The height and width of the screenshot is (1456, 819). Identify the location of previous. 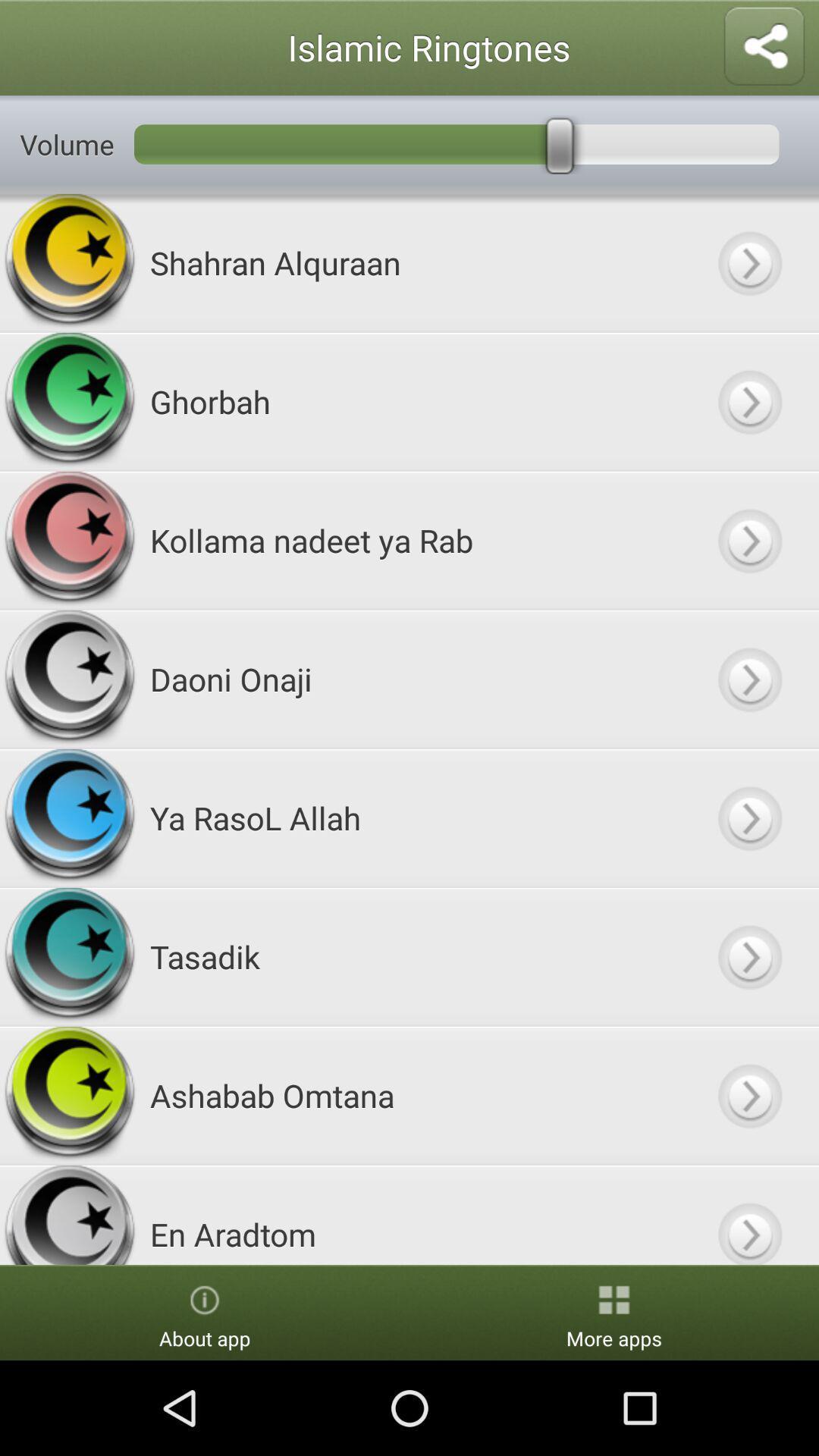
(748, 1095).